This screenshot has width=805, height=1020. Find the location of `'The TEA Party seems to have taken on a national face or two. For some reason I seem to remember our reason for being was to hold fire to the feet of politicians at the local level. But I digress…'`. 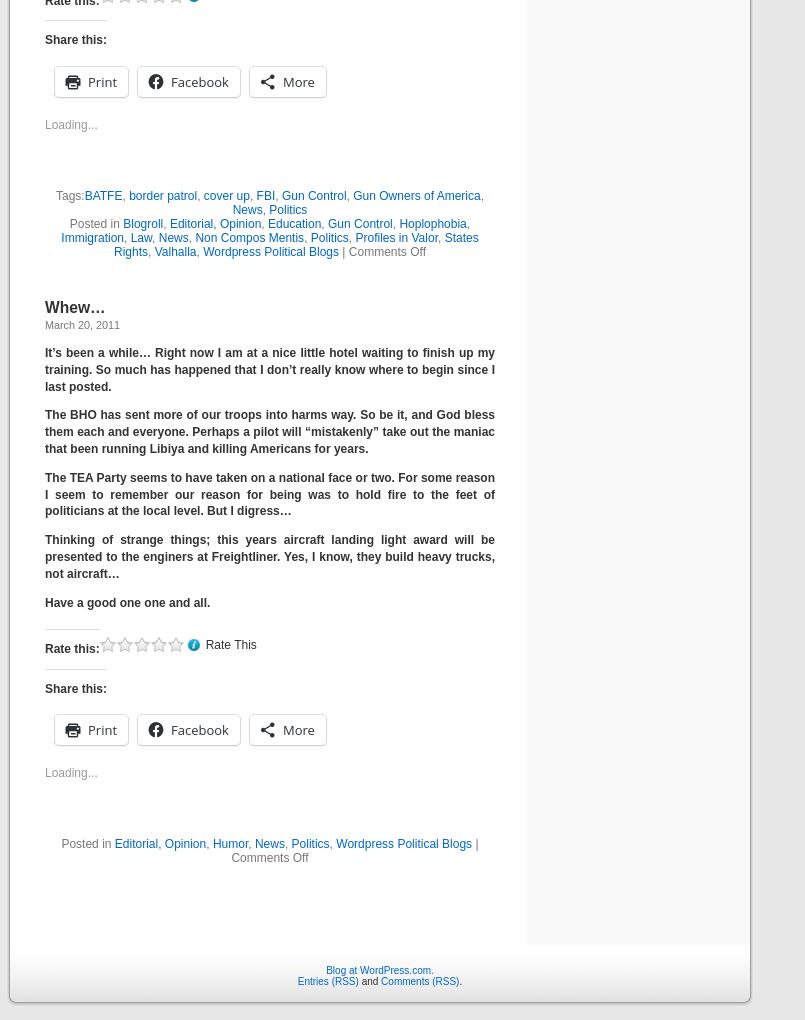

'The TEA Party seems to have taken on a national face or two. For some reason I seem to remember our reason for being was to hold fire to the feet of politicians at the local level. But I digress…' is located at coordinates (269, 493).